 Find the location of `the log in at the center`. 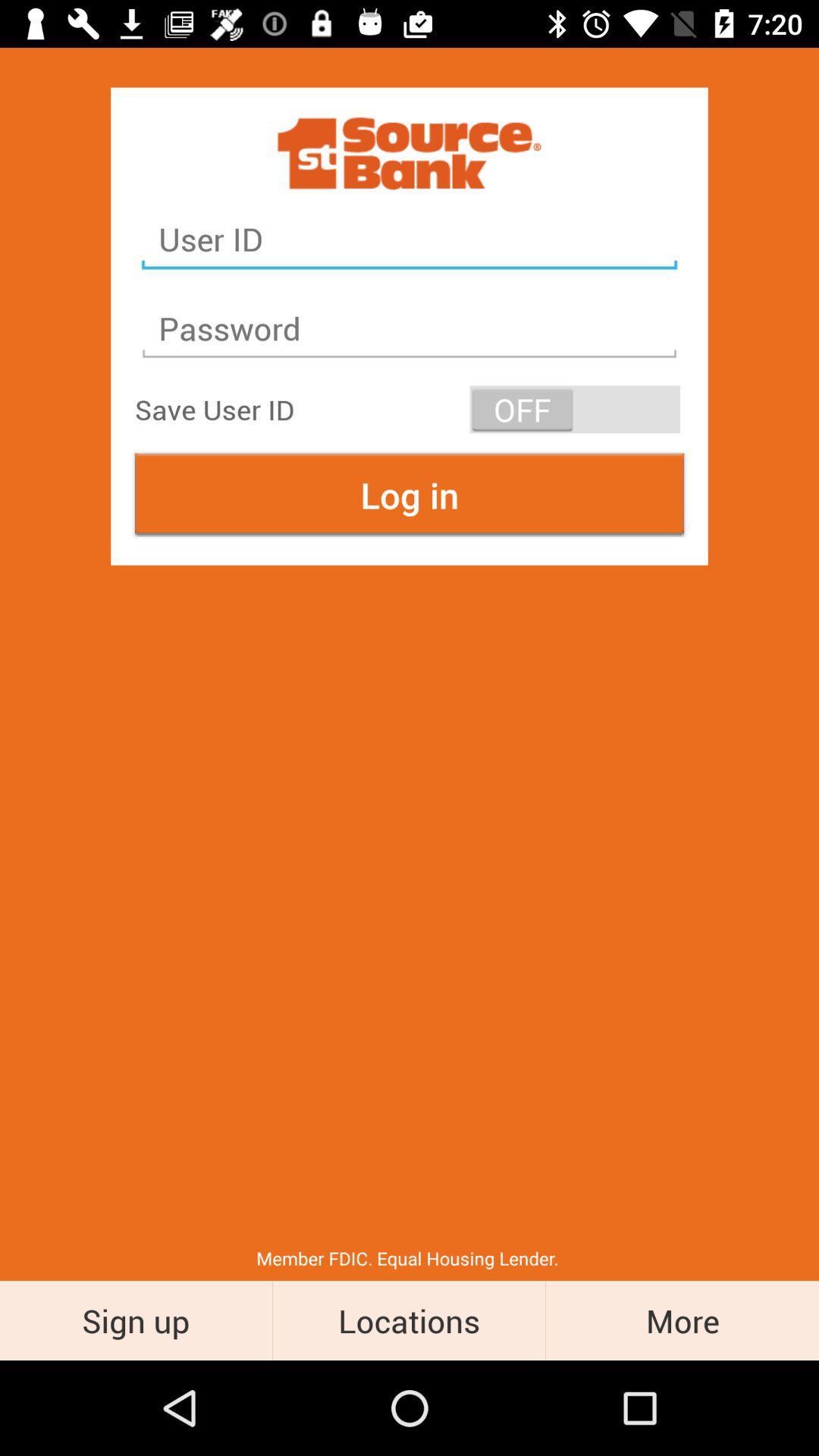

the log in at the center is located at coordinates (409, 494).